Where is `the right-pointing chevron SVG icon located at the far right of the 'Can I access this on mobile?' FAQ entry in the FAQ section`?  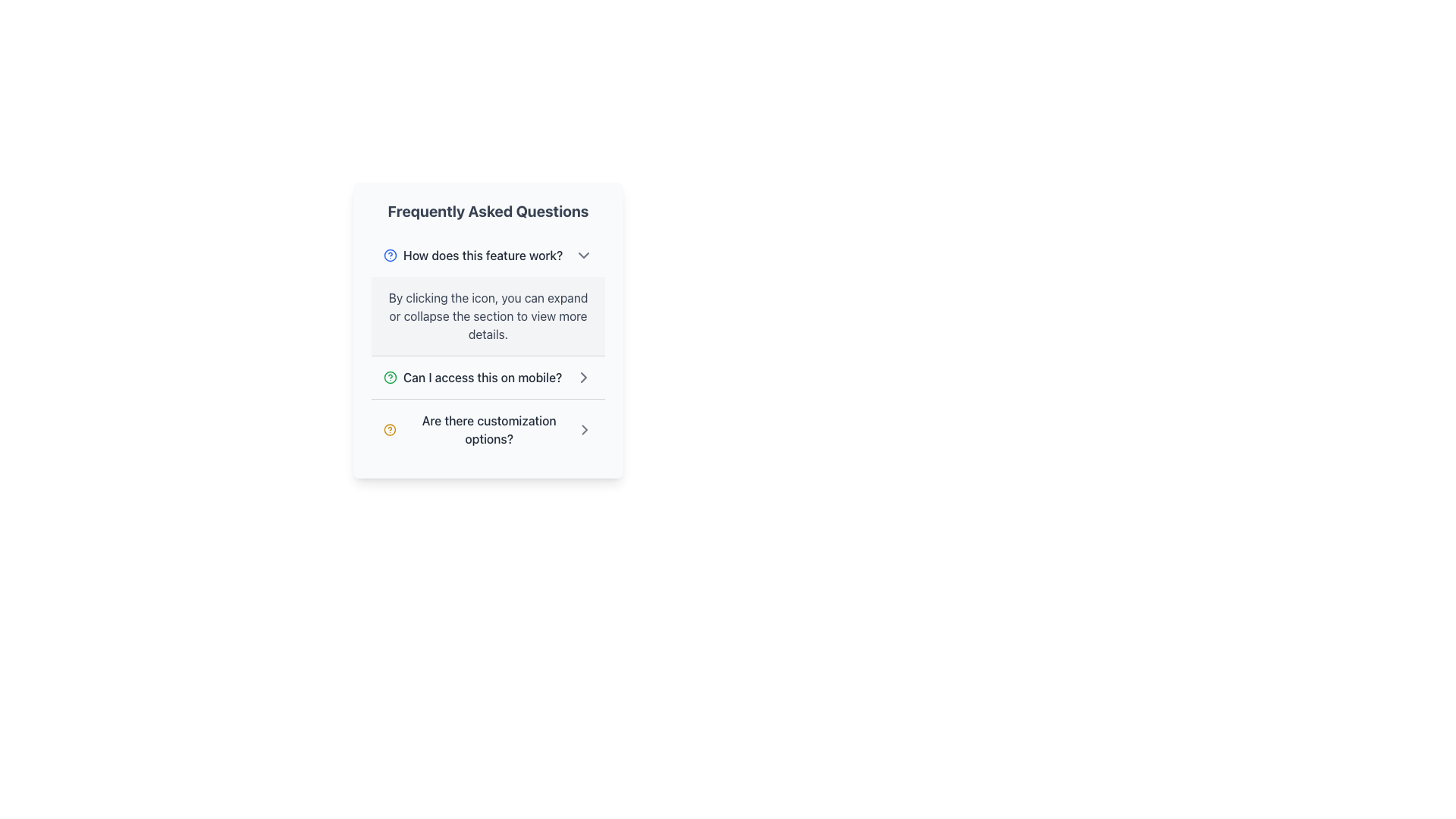
the right-pointing chevron SVG icon located at the far right of the 'Can I access this on mobile?' FAQ entry in the FAQ section is located at coordinates (583, 430).